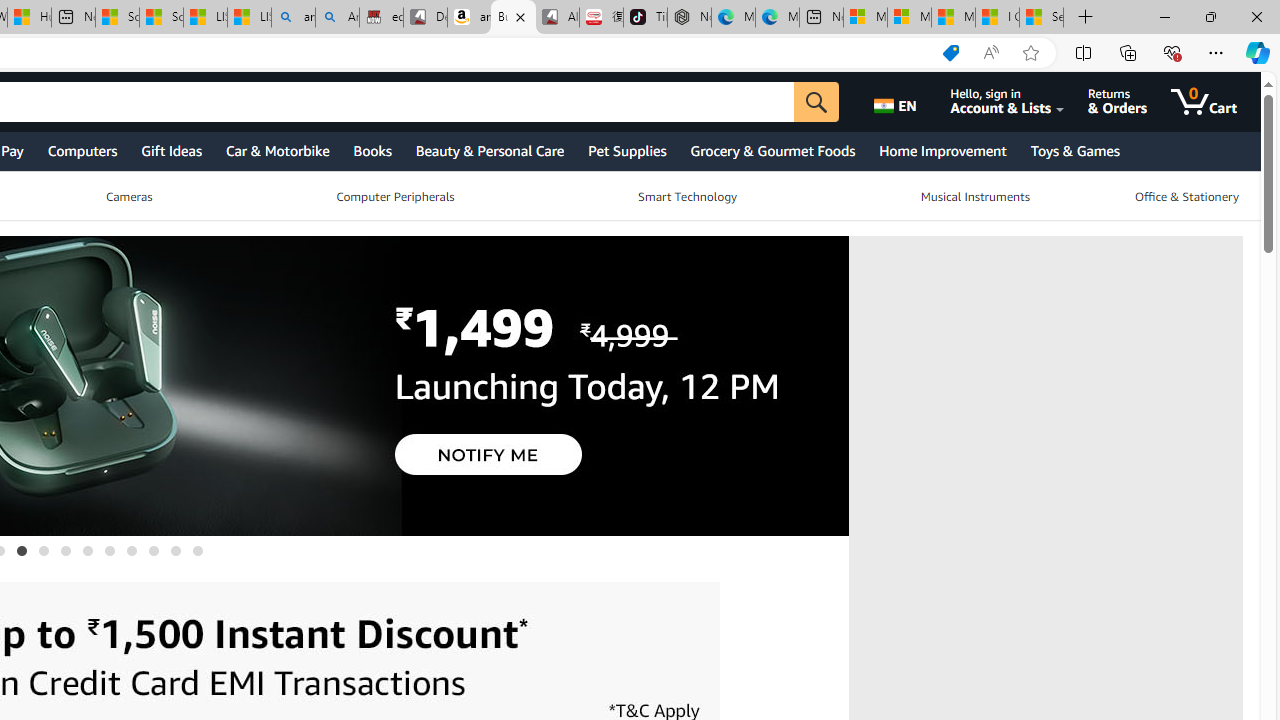  Describe the element at coordinates (1018, 101) in the screenshot. I see `'Hello, sign in Account & Lists'` at that location.